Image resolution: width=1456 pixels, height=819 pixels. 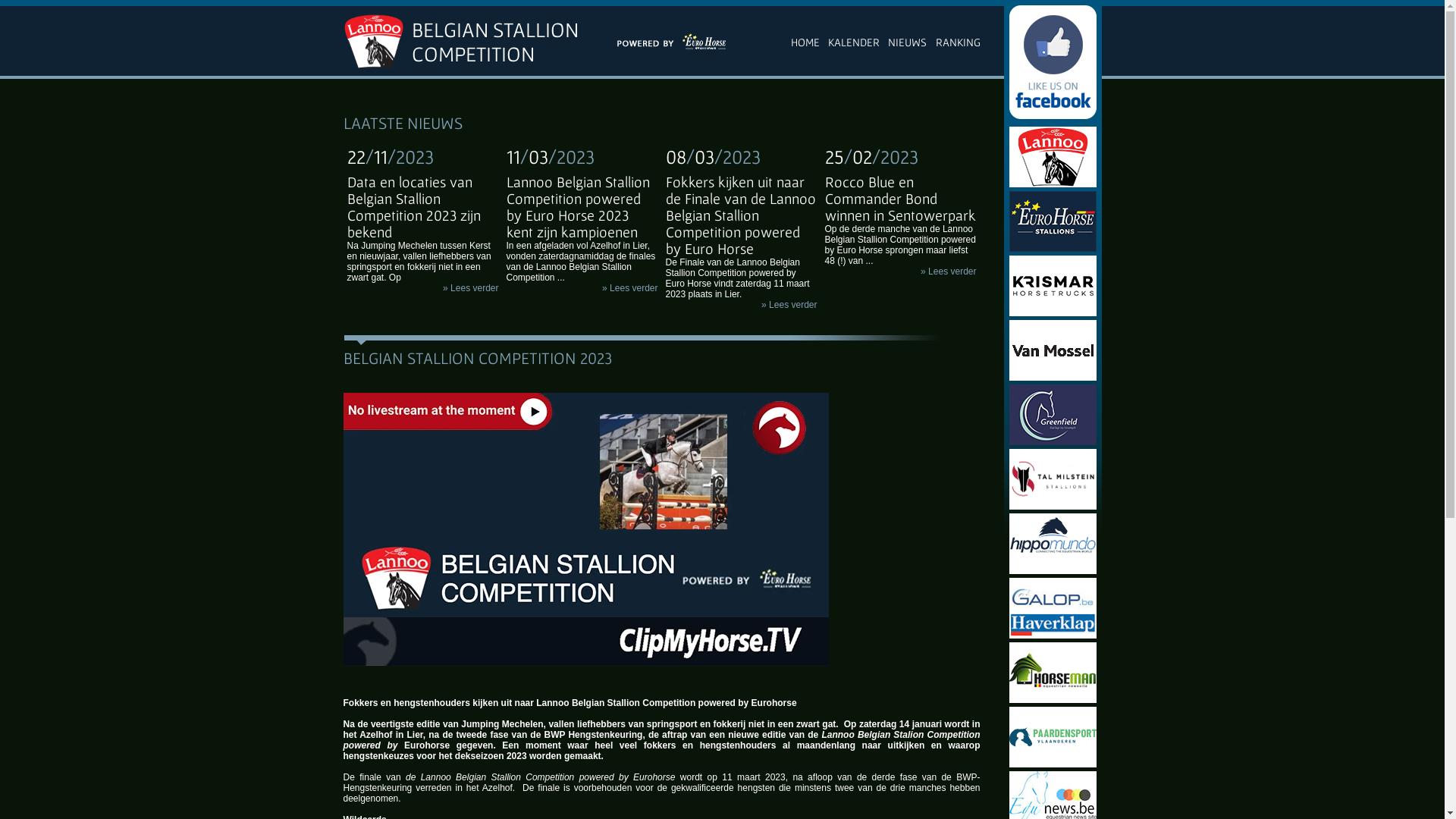 I want to click on 'HOME', so click(x=804, y=40).